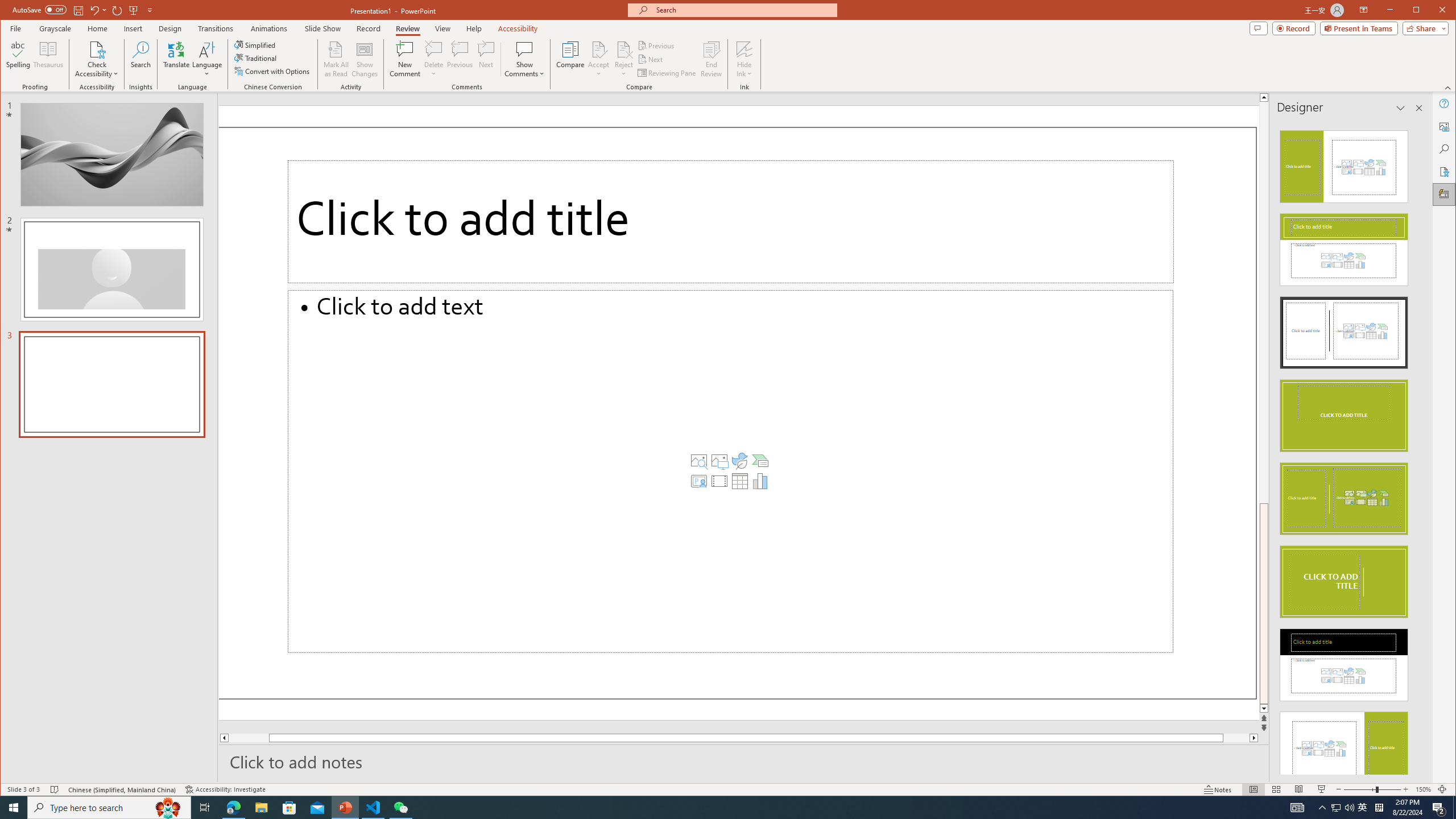  Describe the element at coordinates (739, 460) in the screenshot. I see `'Insert an Icon'` at that location.